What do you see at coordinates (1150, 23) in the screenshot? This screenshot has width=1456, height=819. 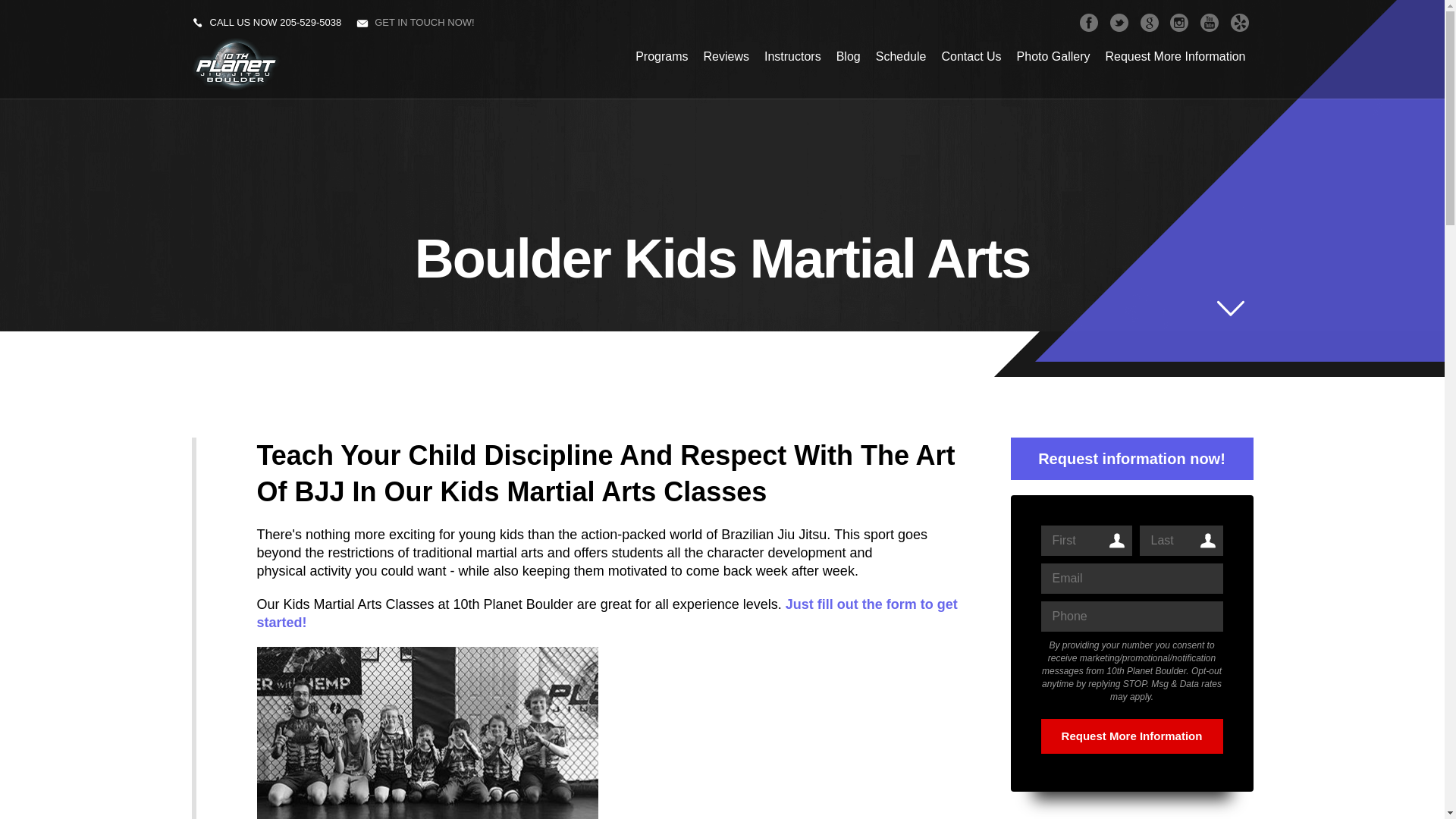 I see `'GOOGLEPLUS'` at bounding box center [1150, 23].